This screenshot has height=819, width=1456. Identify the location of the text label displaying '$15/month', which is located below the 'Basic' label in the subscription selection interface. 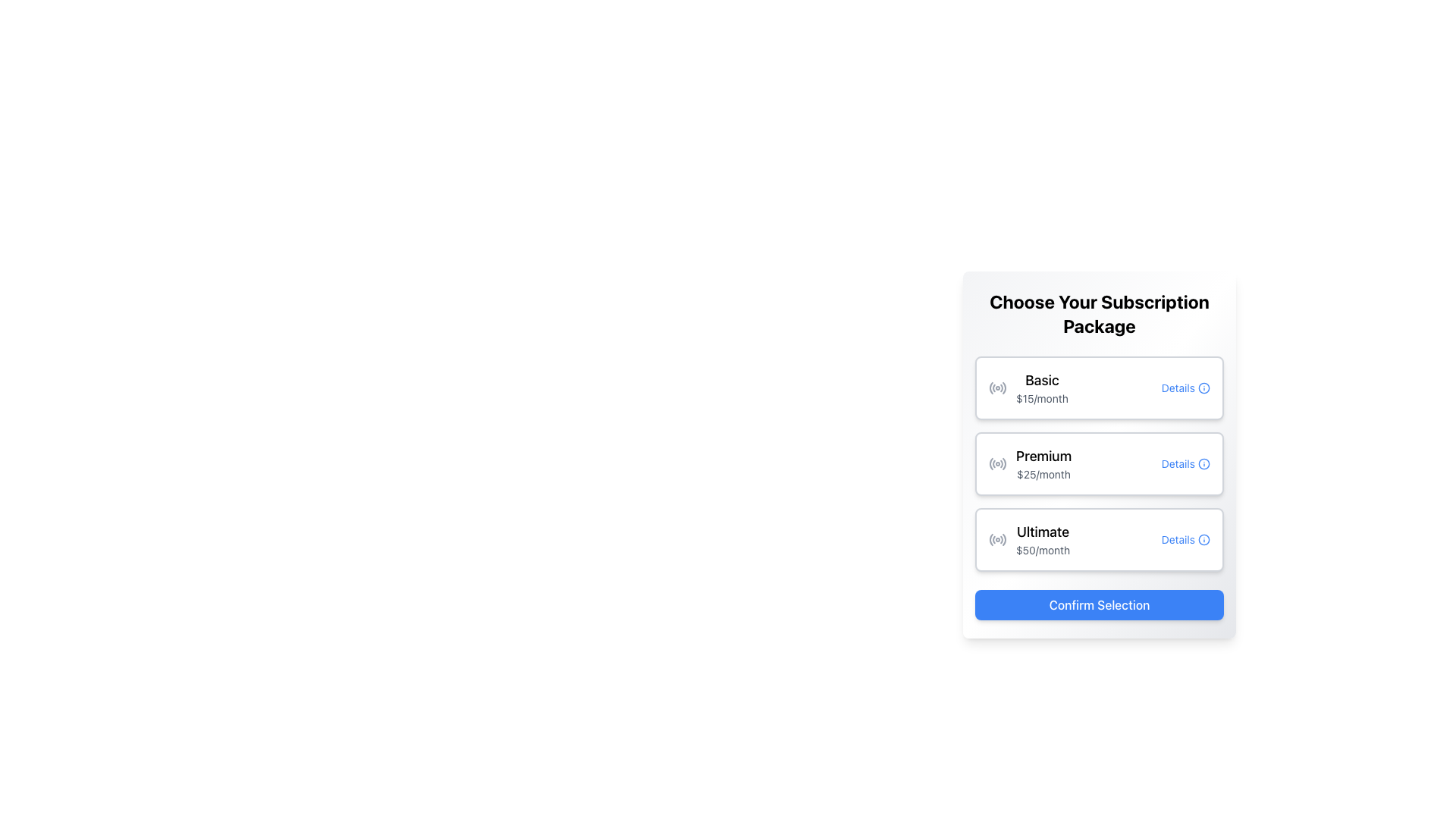
(1041, 397).